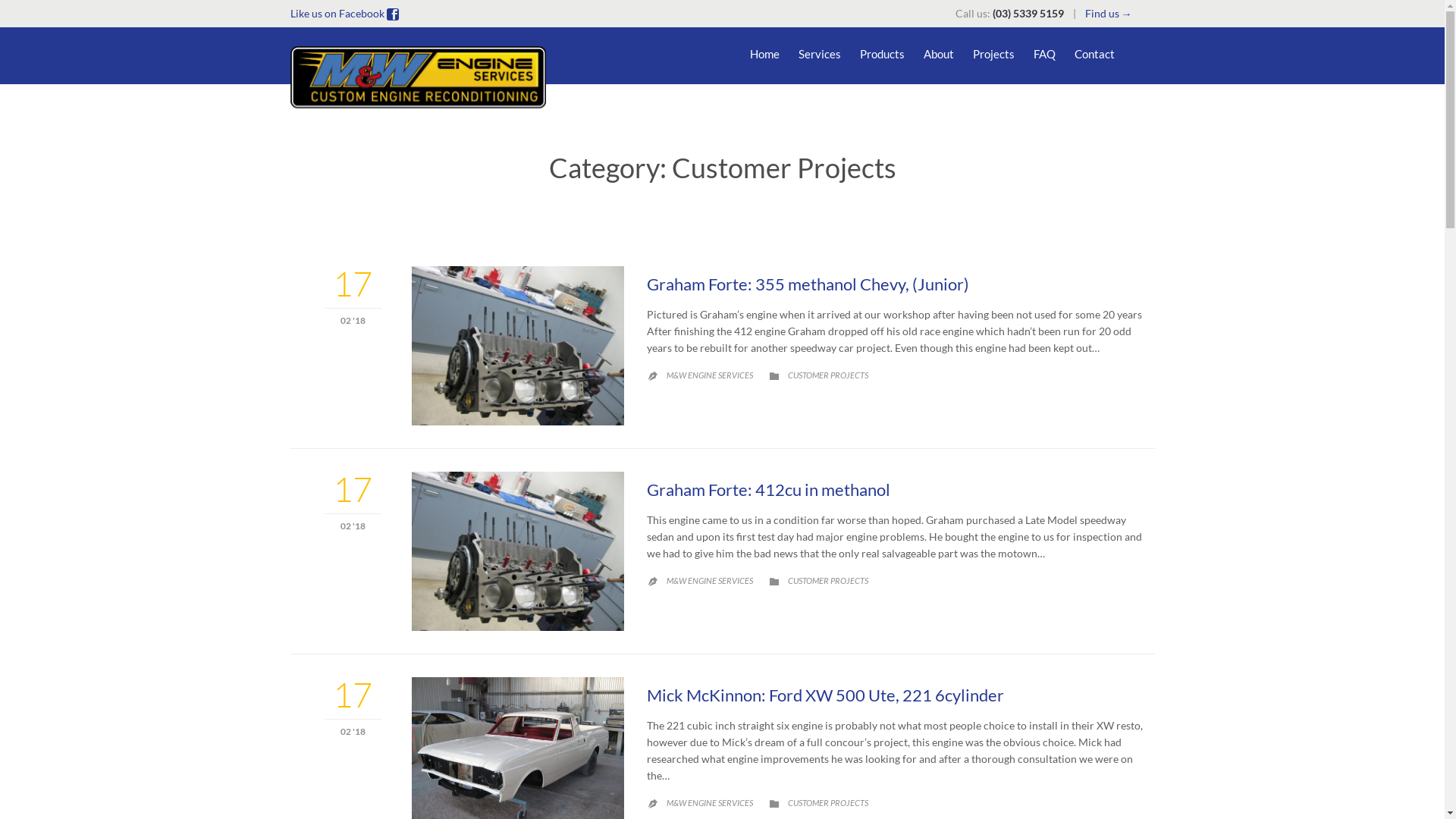 The image size is (1456, 819). I want to click on 'Graham Forte: 355 methanol Chevy, (Junior)', so click(806, 284).